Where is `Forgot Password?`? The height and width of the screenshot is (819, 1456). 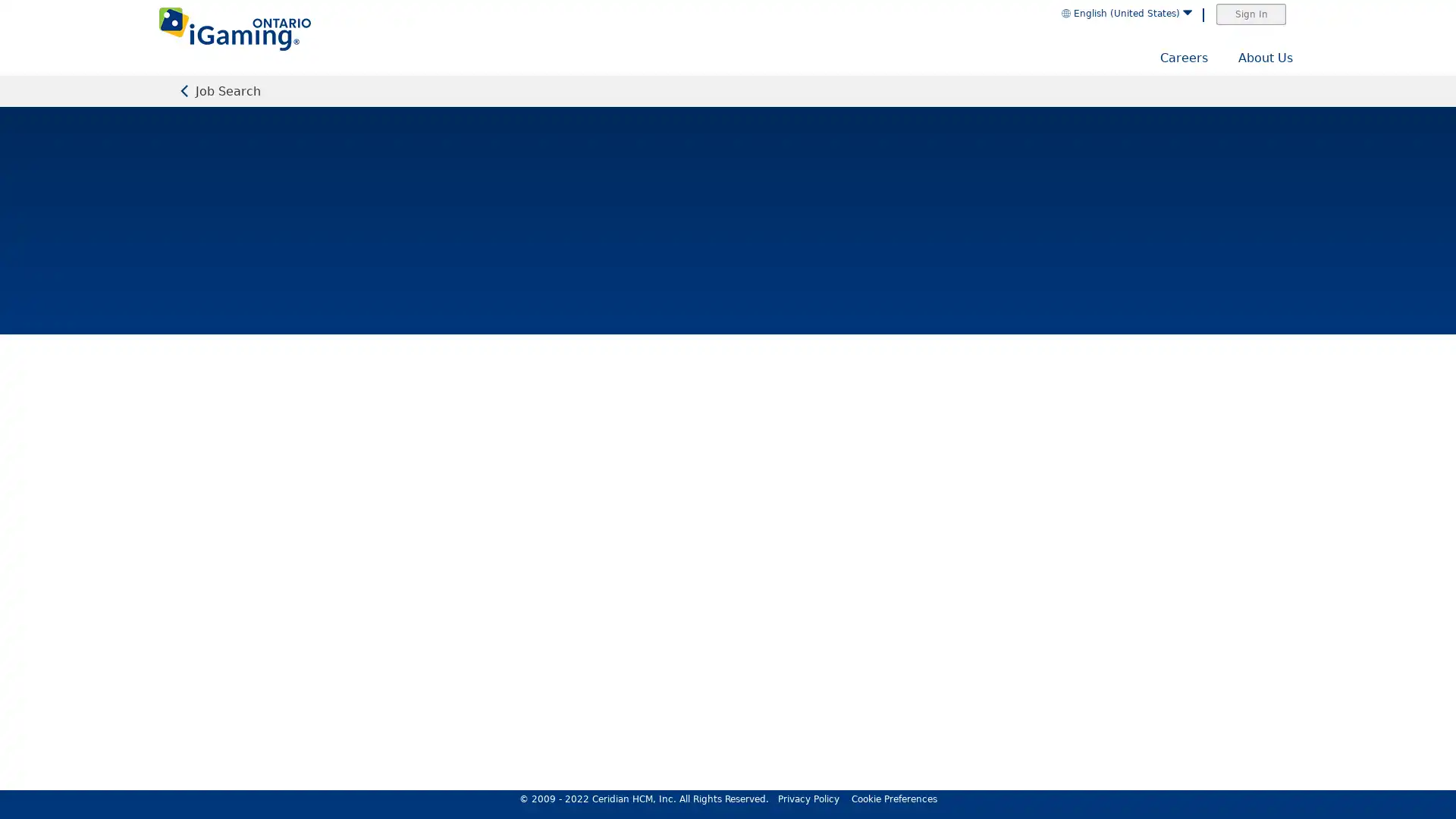 Forgot Password? is located at coordinates (828, 443).